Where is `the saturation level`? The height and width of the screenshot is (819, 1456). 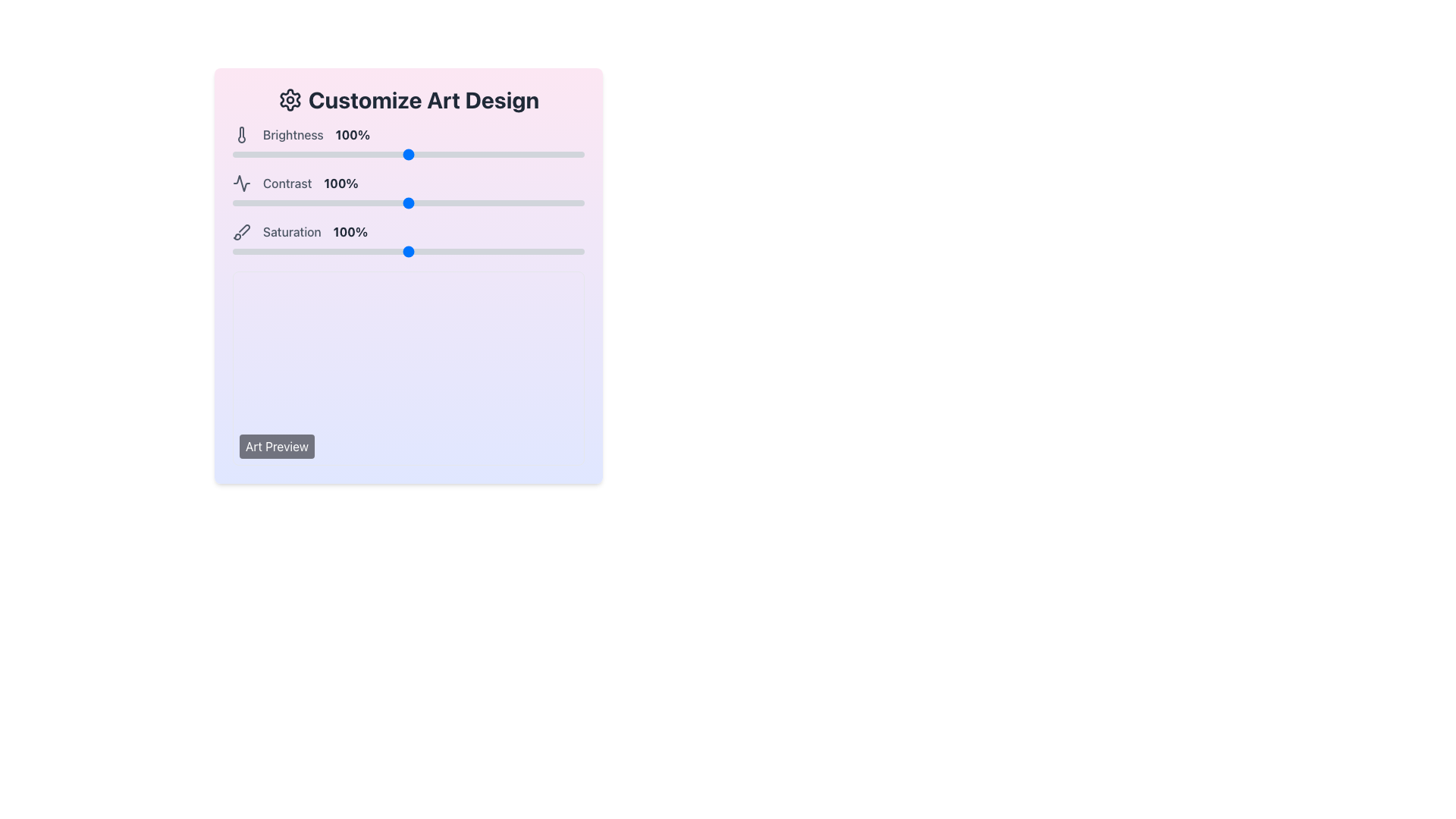 the saturation level is located at coordinates (478, 250).